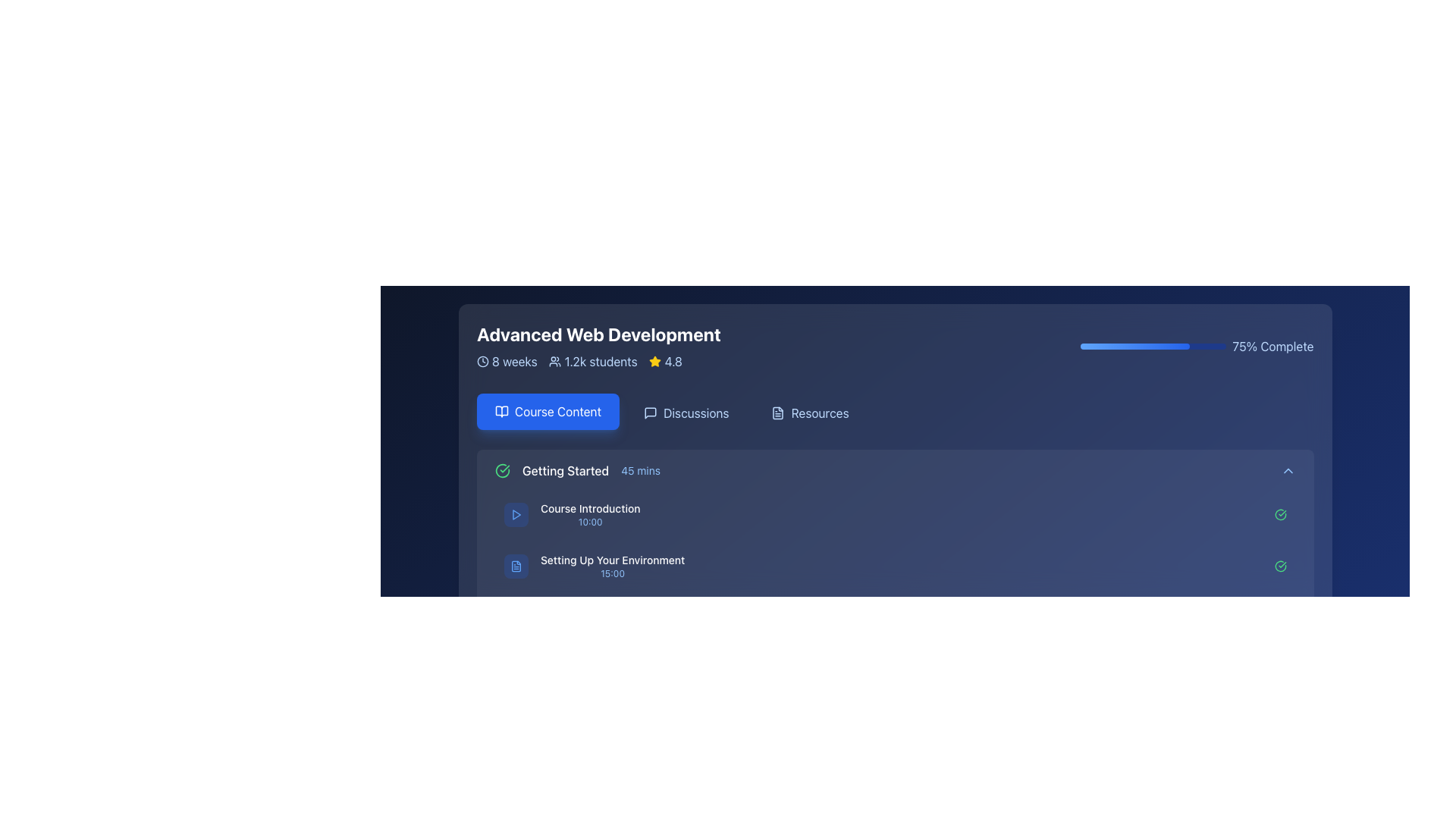  I want to click on the rating associated with the visual icon indicating a rating star located in the header section, positioned next to the student count and preceding the rating value '4.8', so click(655, 361).